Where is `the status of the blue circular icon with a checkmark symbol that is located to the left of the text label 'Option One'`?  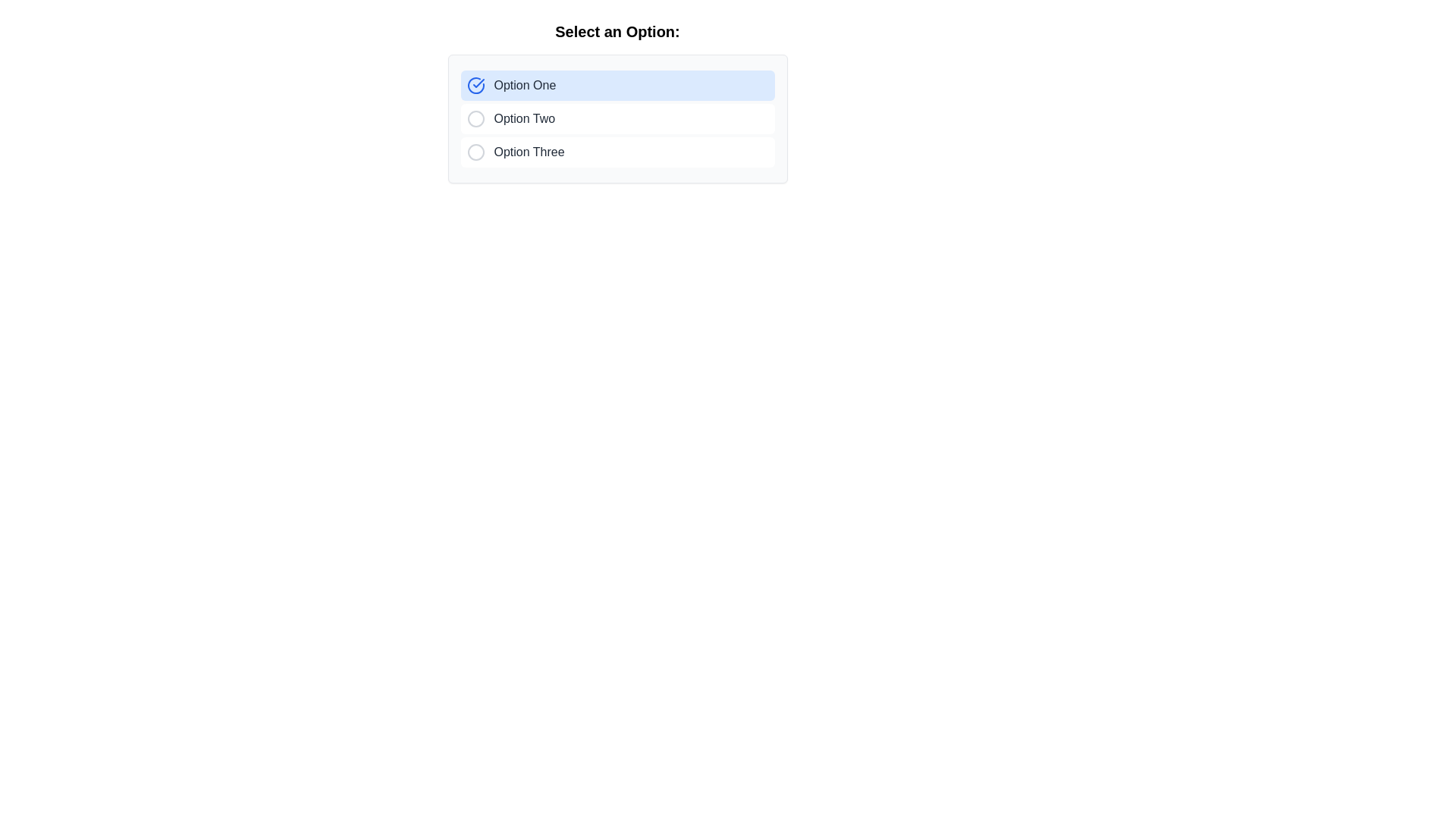
the status of the blue circular icon with a checkmark symbol that is located to the left of the text label 'Option One' is located at coordinates (475, 85).